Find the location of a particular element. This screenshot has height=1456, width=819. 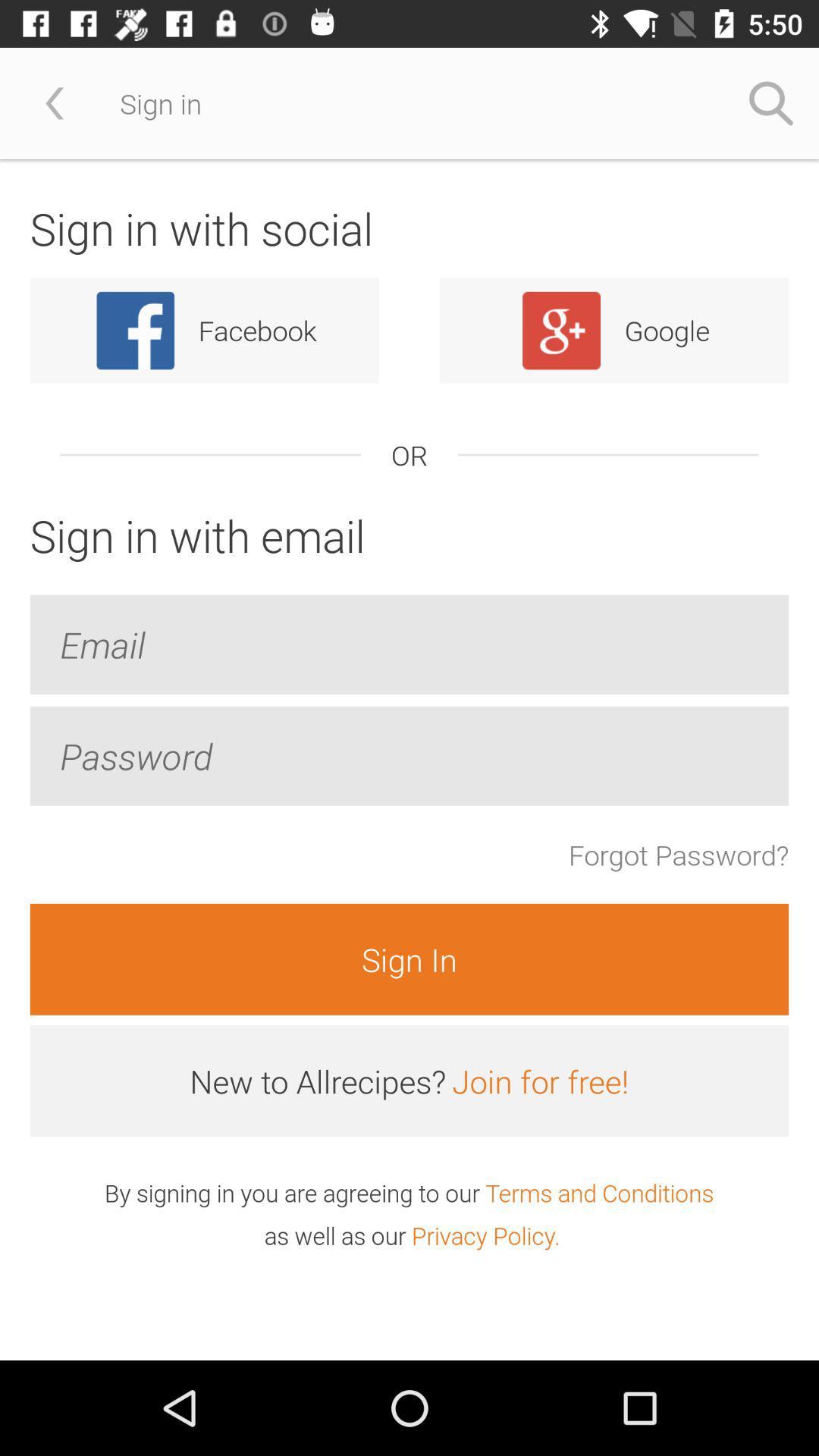

icon on the right is located at coordinates (678, 855).